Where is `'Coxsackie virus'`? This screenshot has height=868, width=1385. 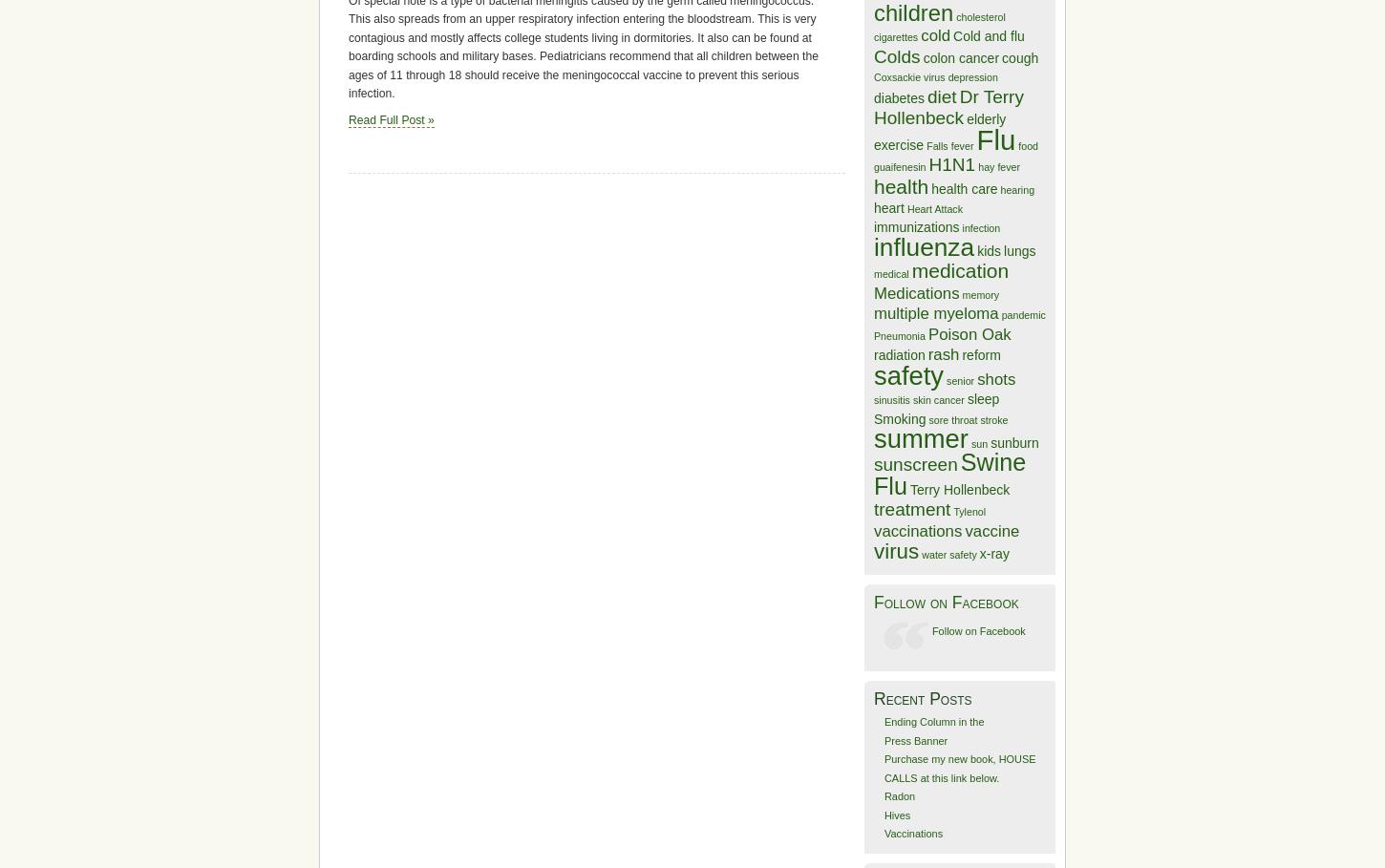
'Coxsackie virus' is located at coordinates (908, 75).